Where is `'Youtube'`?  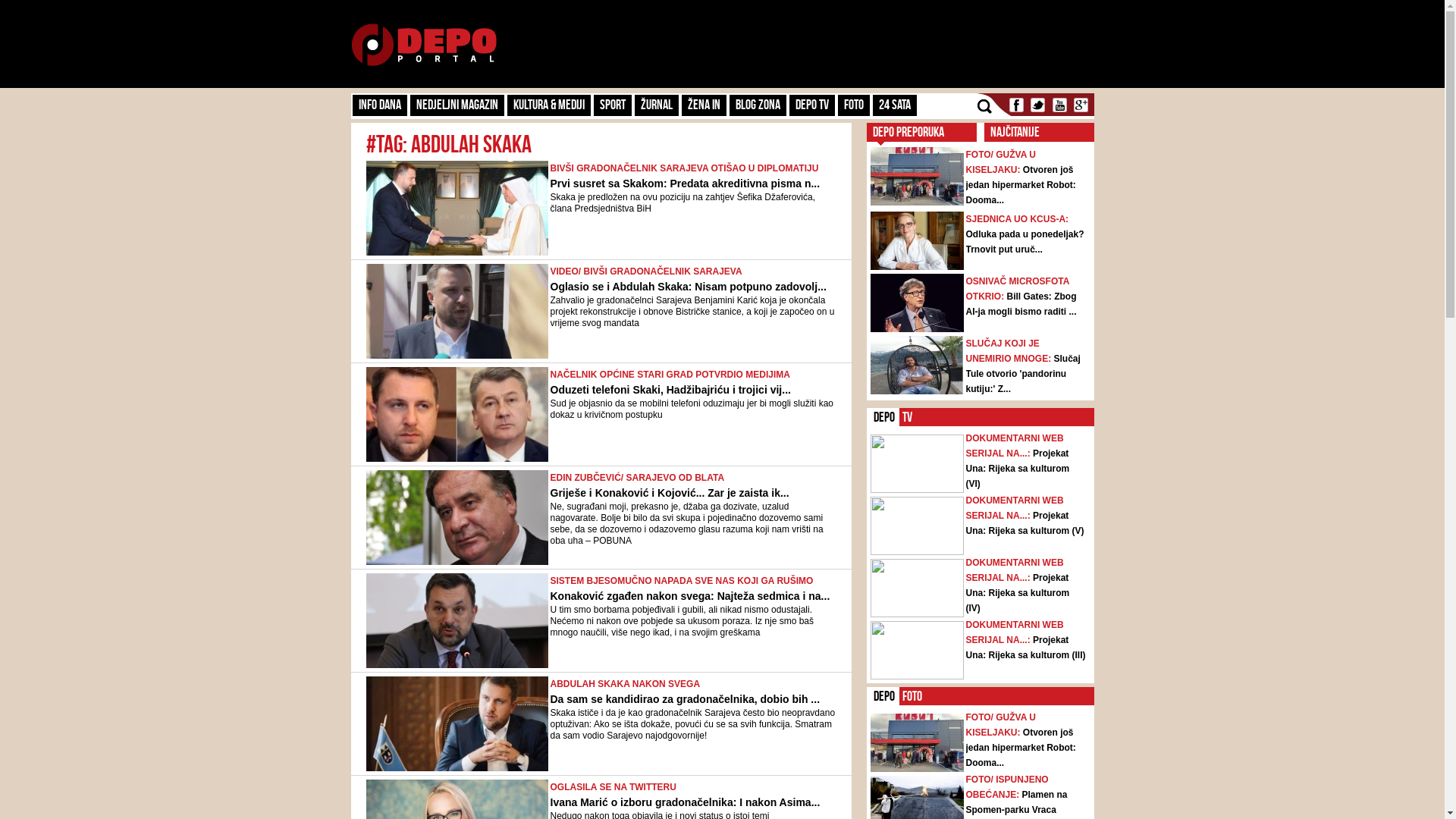
'Youtube' is located at coordinates (1058, 104).